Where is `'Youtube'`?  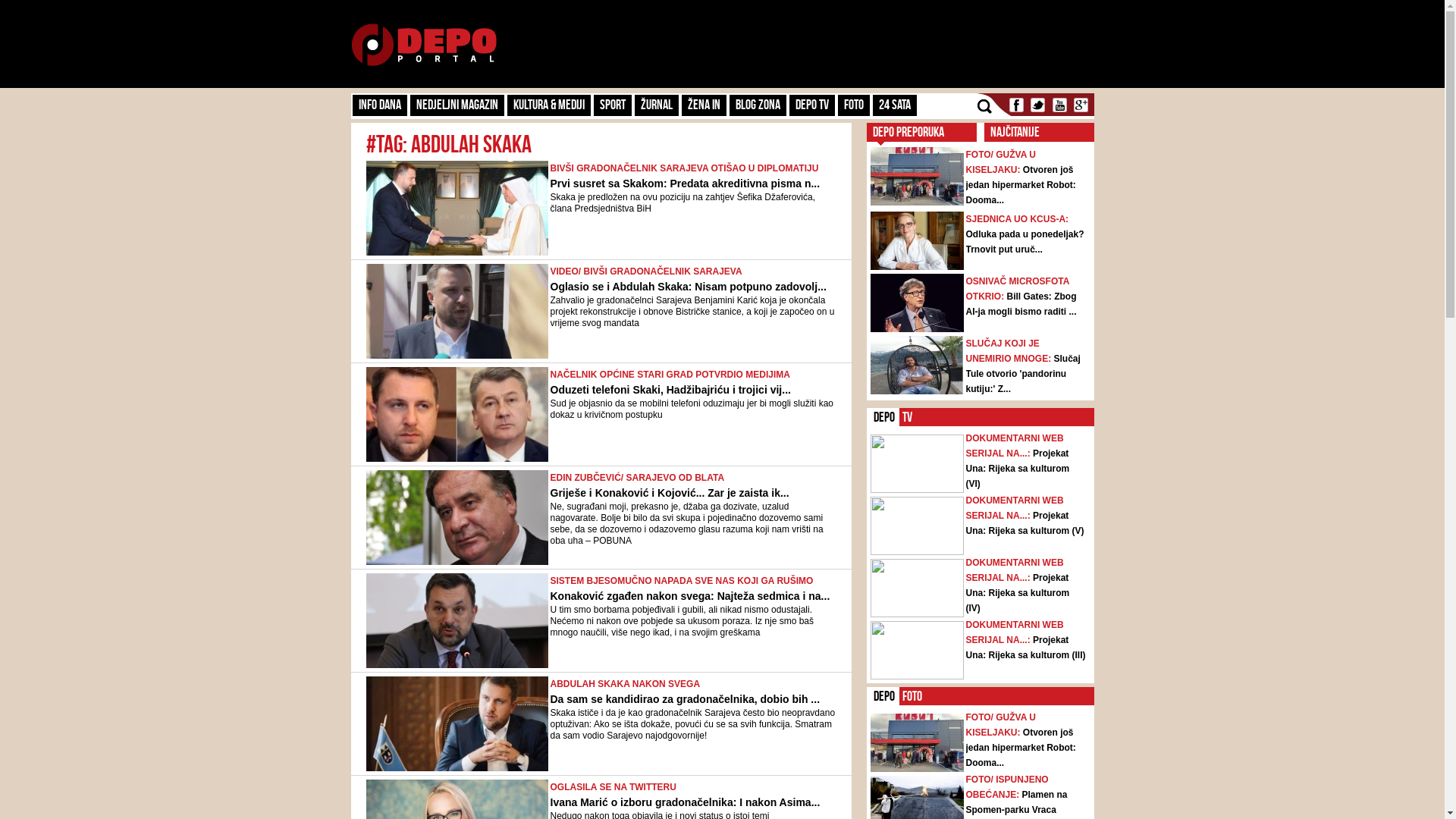
'Youtube' is located at coordinates (1058, 104).